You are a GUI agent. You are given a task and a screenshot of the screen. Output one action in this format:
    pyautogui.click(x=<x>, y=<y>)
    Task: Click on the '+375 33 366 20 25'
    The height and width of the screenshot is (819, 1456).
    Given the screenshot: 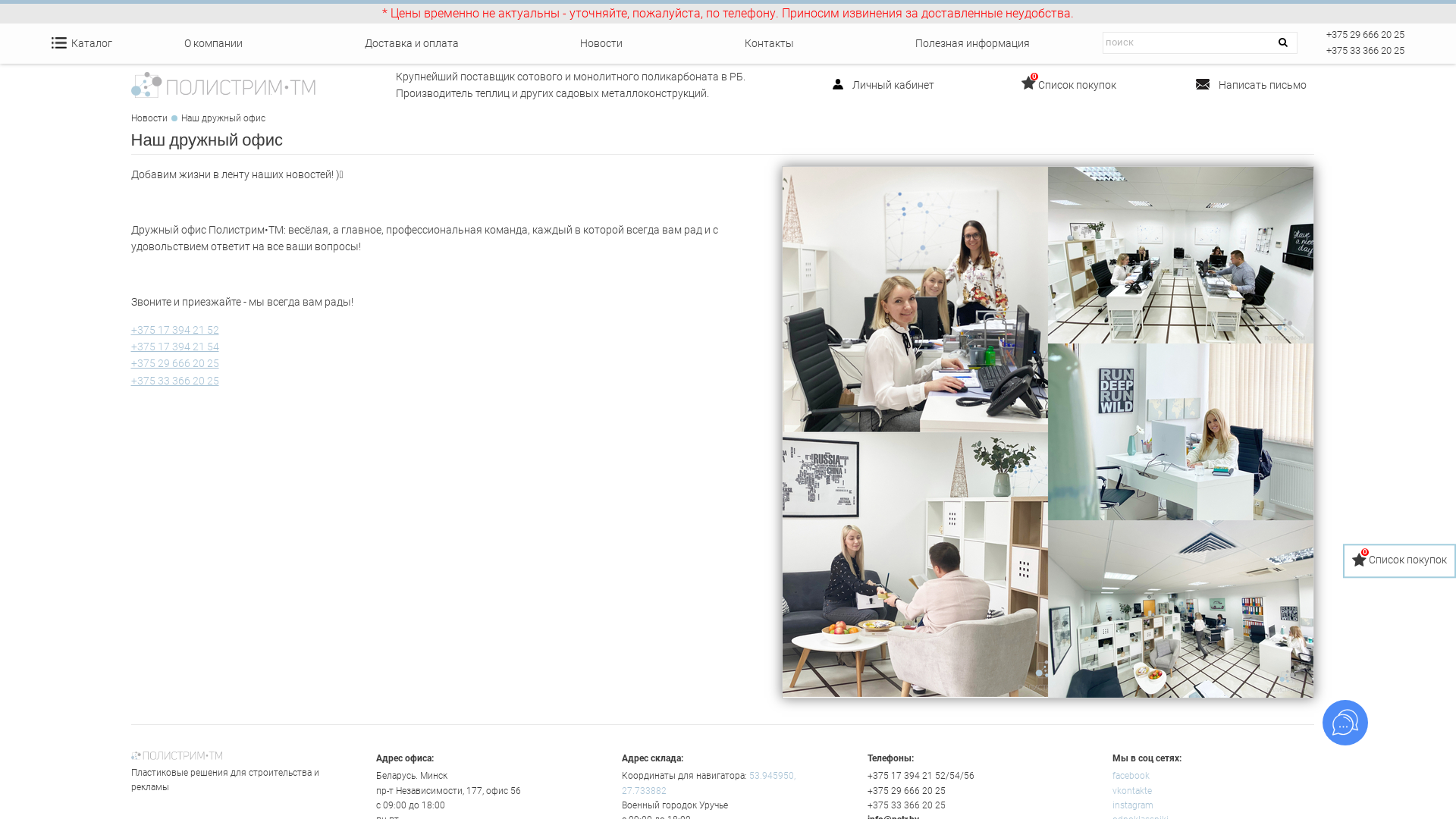 What is the action you would take?
    pyautogui.click(x=1365, y=49)
    